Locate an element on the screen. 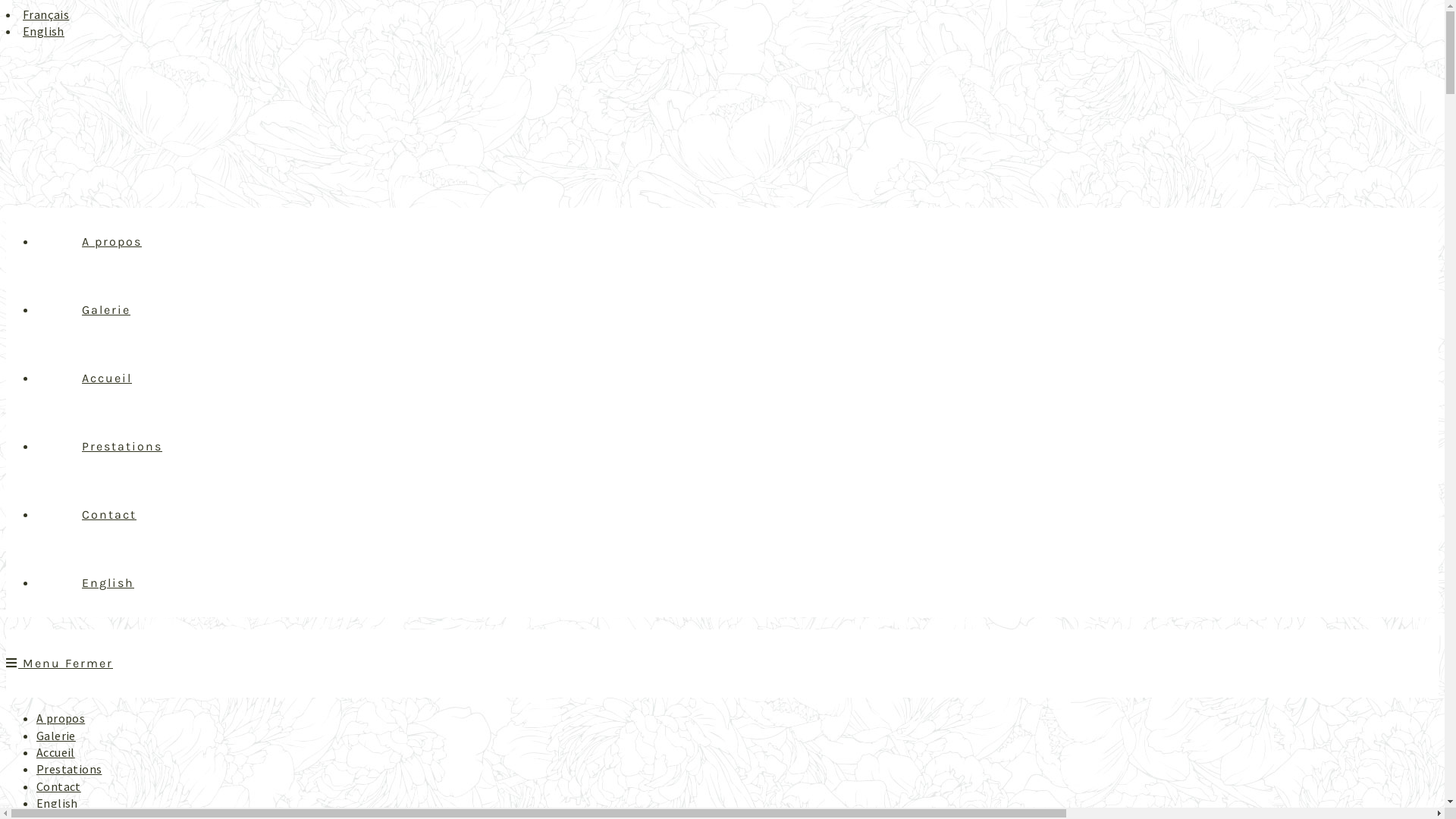 The width and height of the screenshot is (1456, 819). 'Skip to content' is located at coordinates (5, 5).